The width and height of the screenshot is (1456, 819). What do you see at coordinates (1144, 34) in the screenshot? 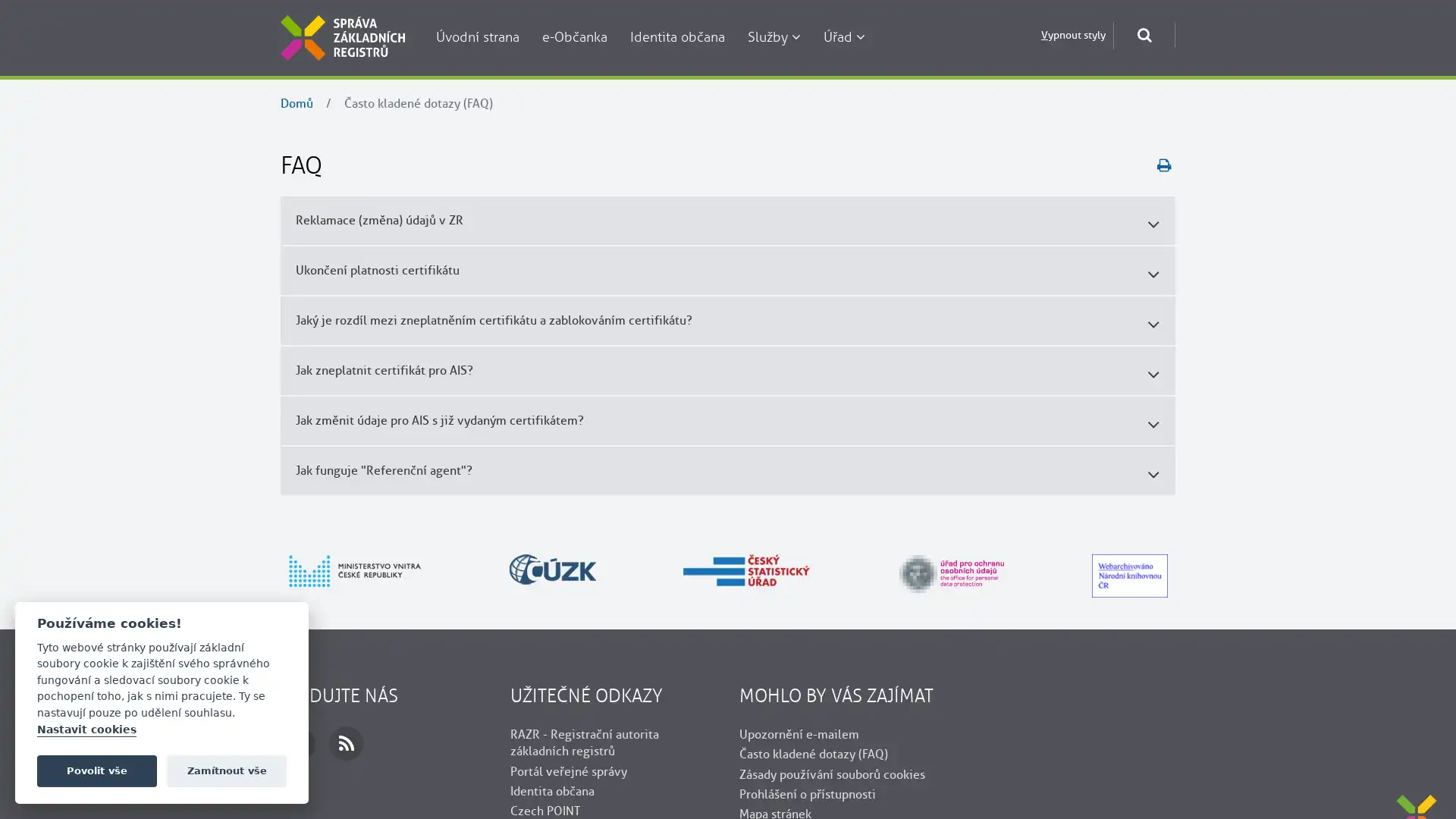
I see `Otevrit okno pro vyhledavani` at bounding box center [1144, 34].